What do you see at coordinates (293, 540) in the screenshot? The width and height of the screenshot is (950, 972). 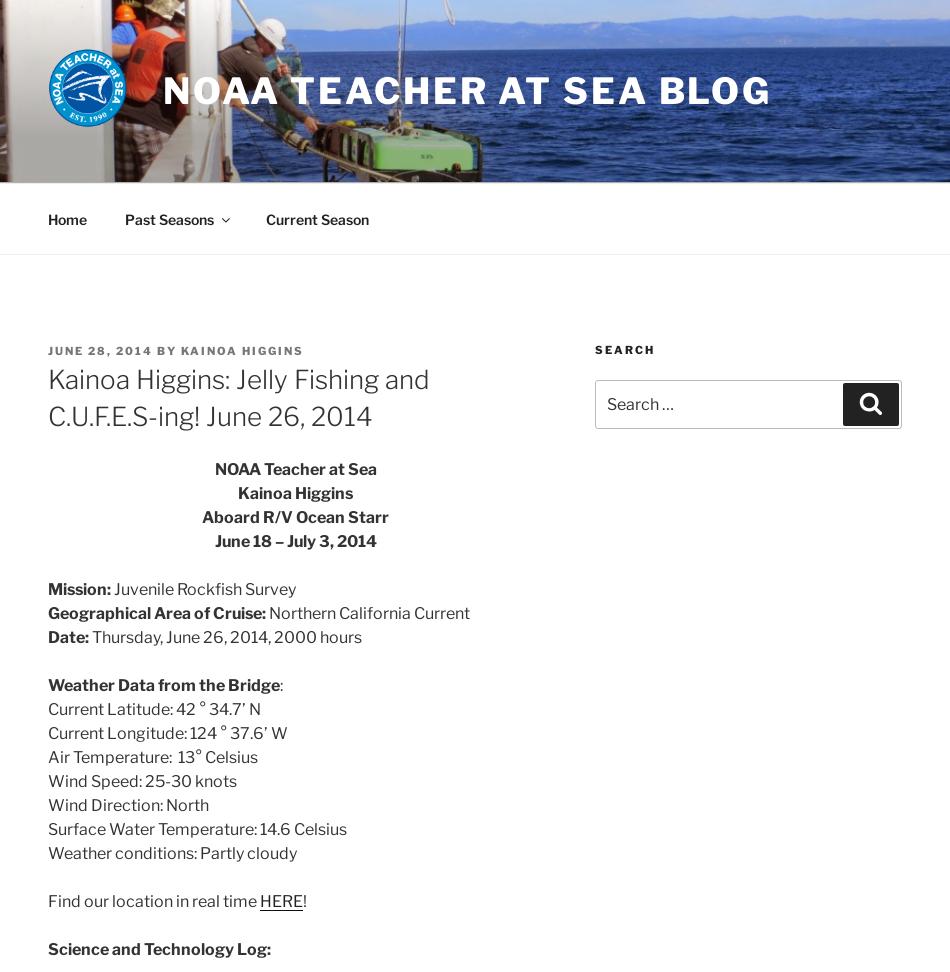 I see `'June 18 – July 3, 2014'` at bounding box center [293, 540].